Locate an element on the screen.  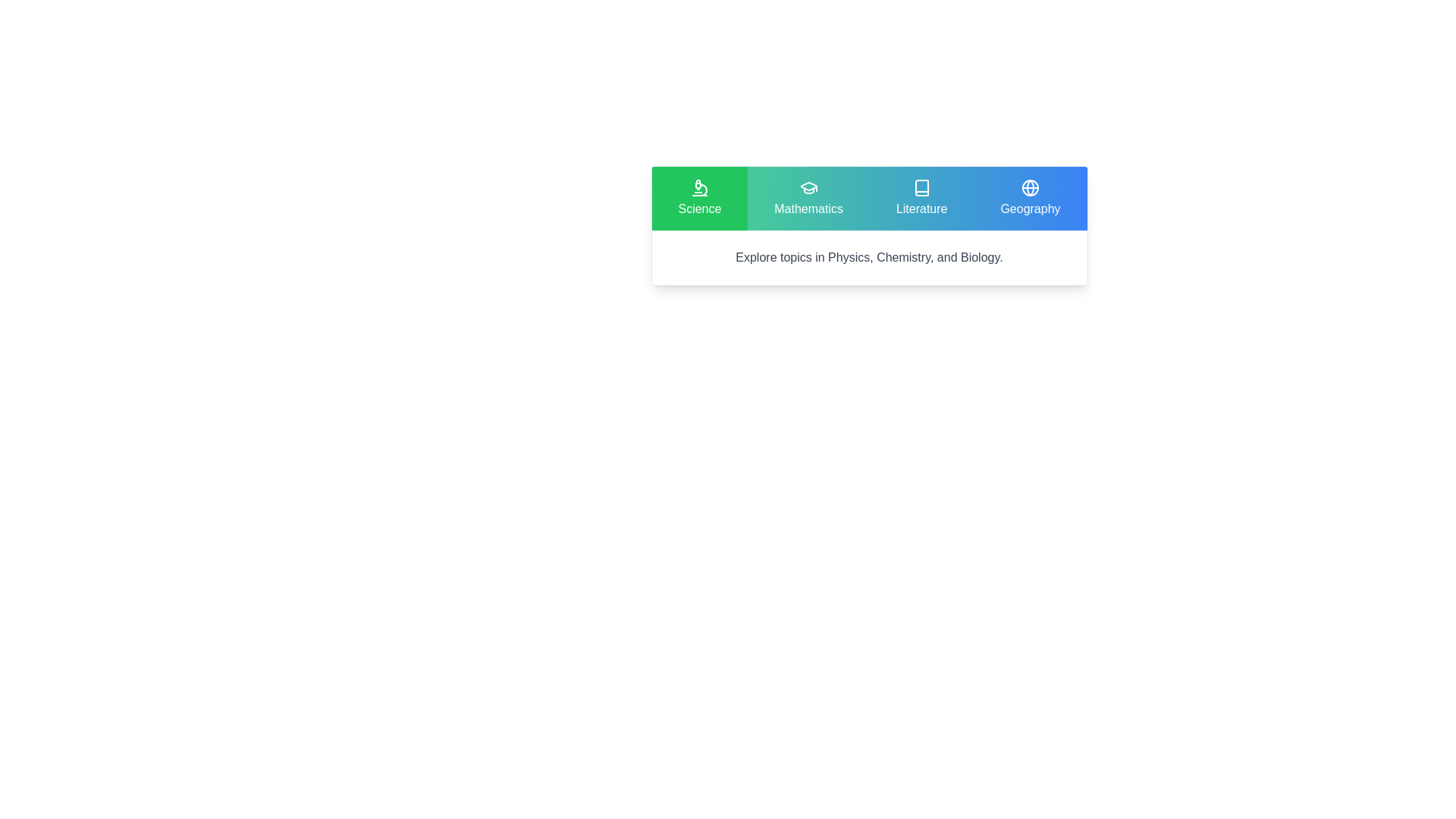
the book icon in the Literature section of the navigation bar, which is represented by a minimalistic line-art design in blue color is located at coordinates (921, 187).